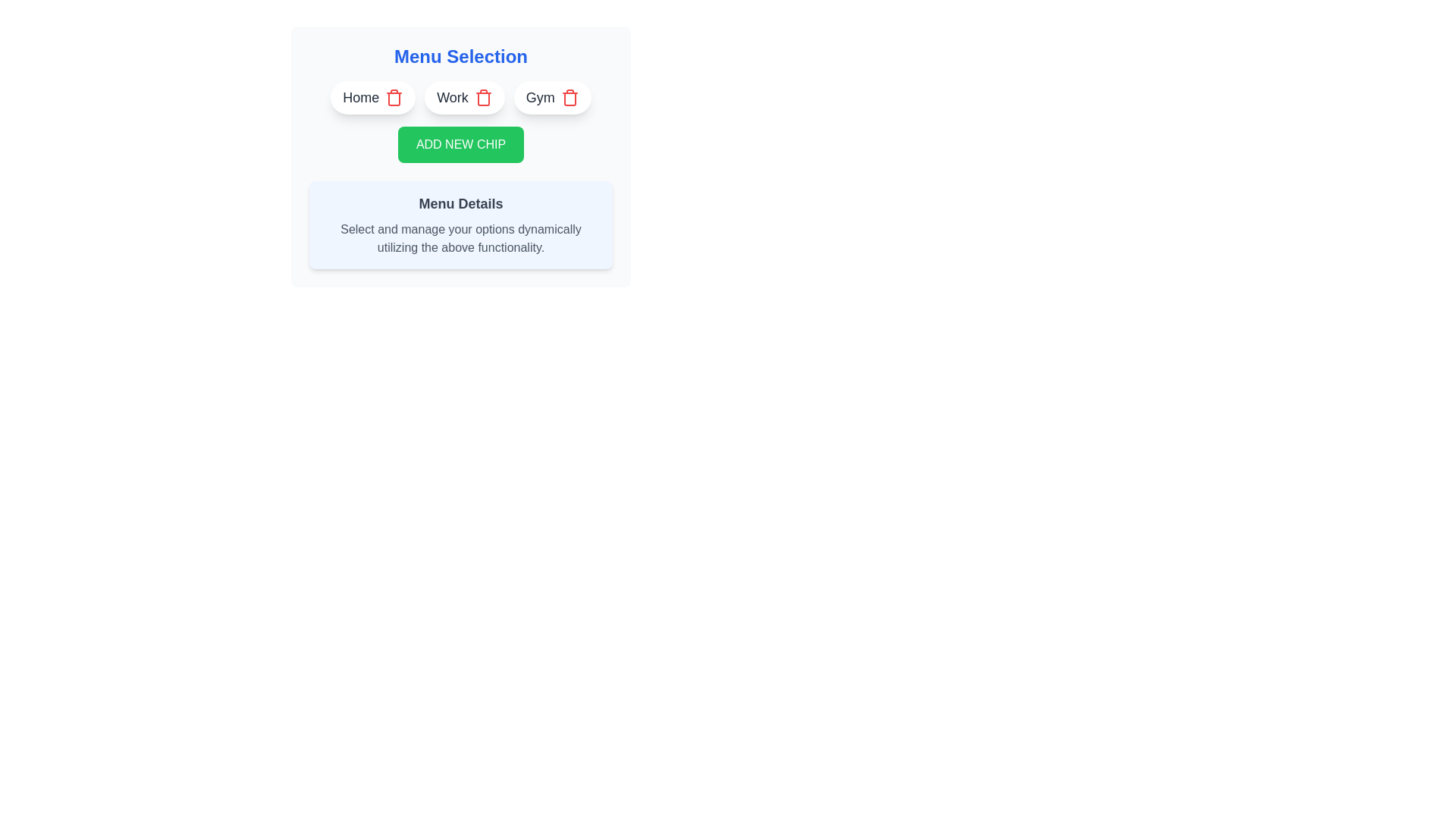  I want to click on trash icon for the chip labeled Home to remove it, so click(394, 97).